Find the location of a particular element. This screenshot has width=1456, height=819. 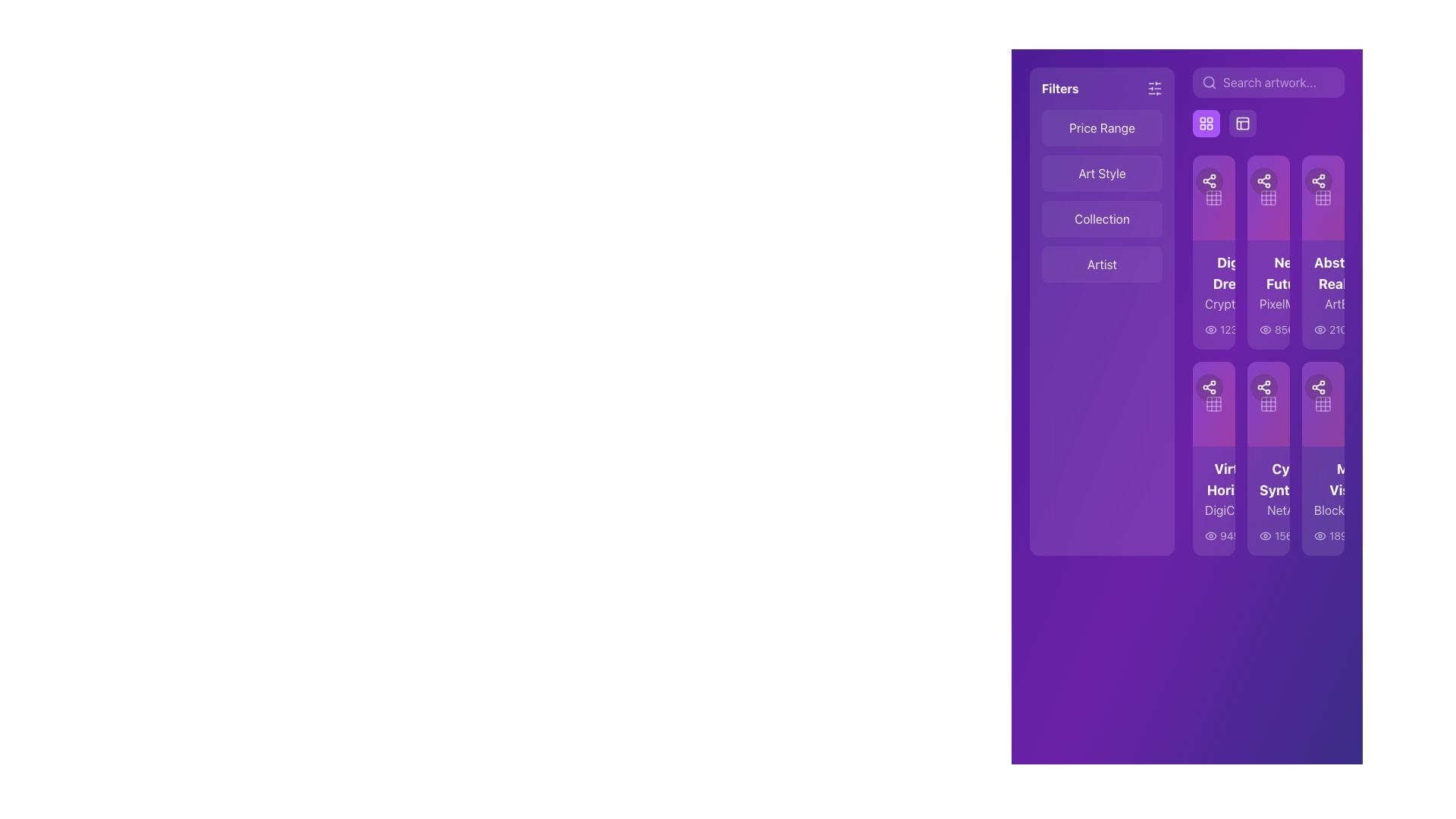

the circular button with a share-like icon located in the top-right corner of the interface is located at coordinates (1208, 180).